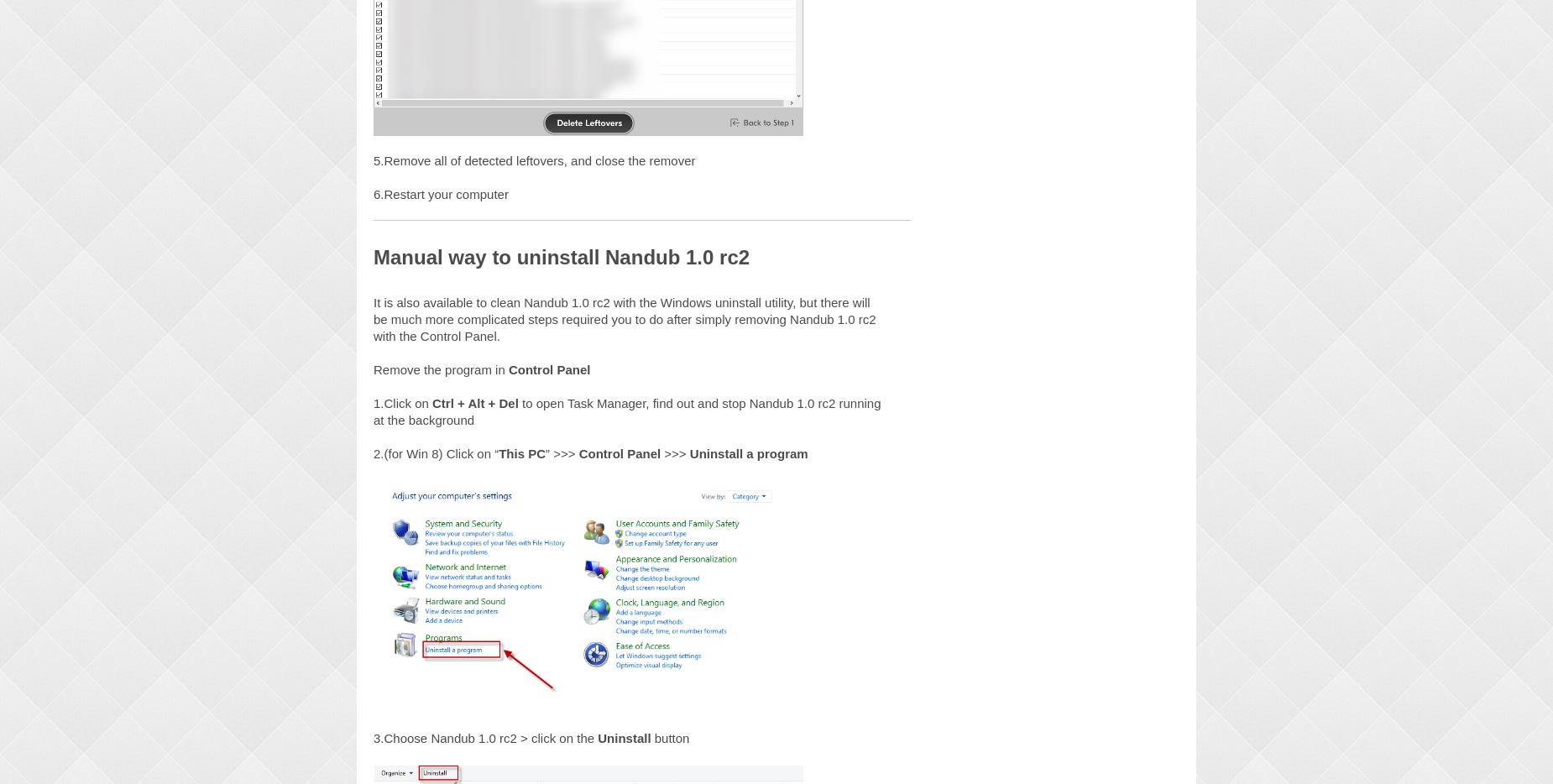 This screenshot has width=1553, height=784. I want to click on 'button', so click(670, 736).